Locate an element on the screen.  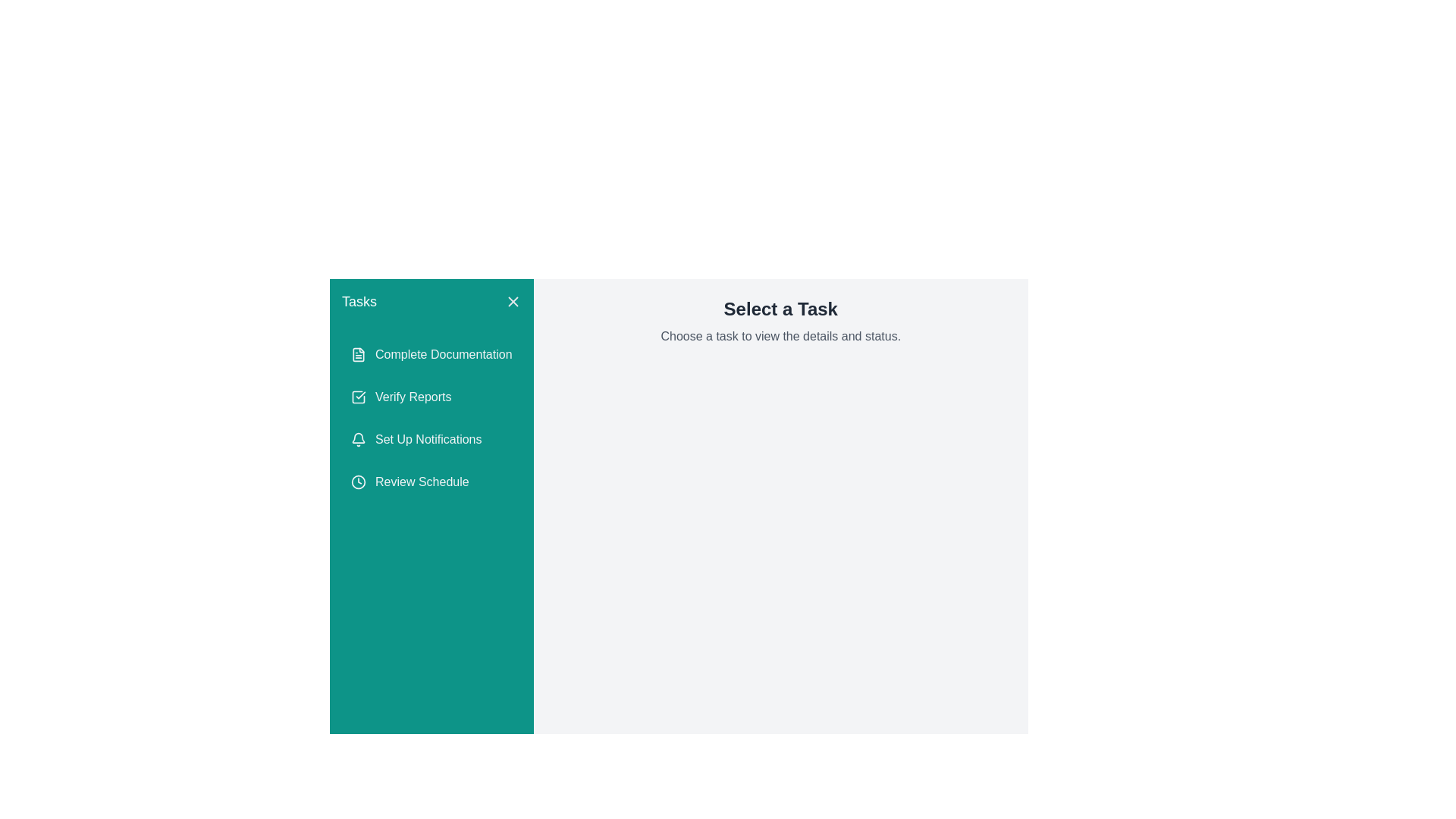
the bell-shaped icon located to the left of the 'Set Up Notifications' label in the task list on the left sidebar is located at coordinates (358, 439).